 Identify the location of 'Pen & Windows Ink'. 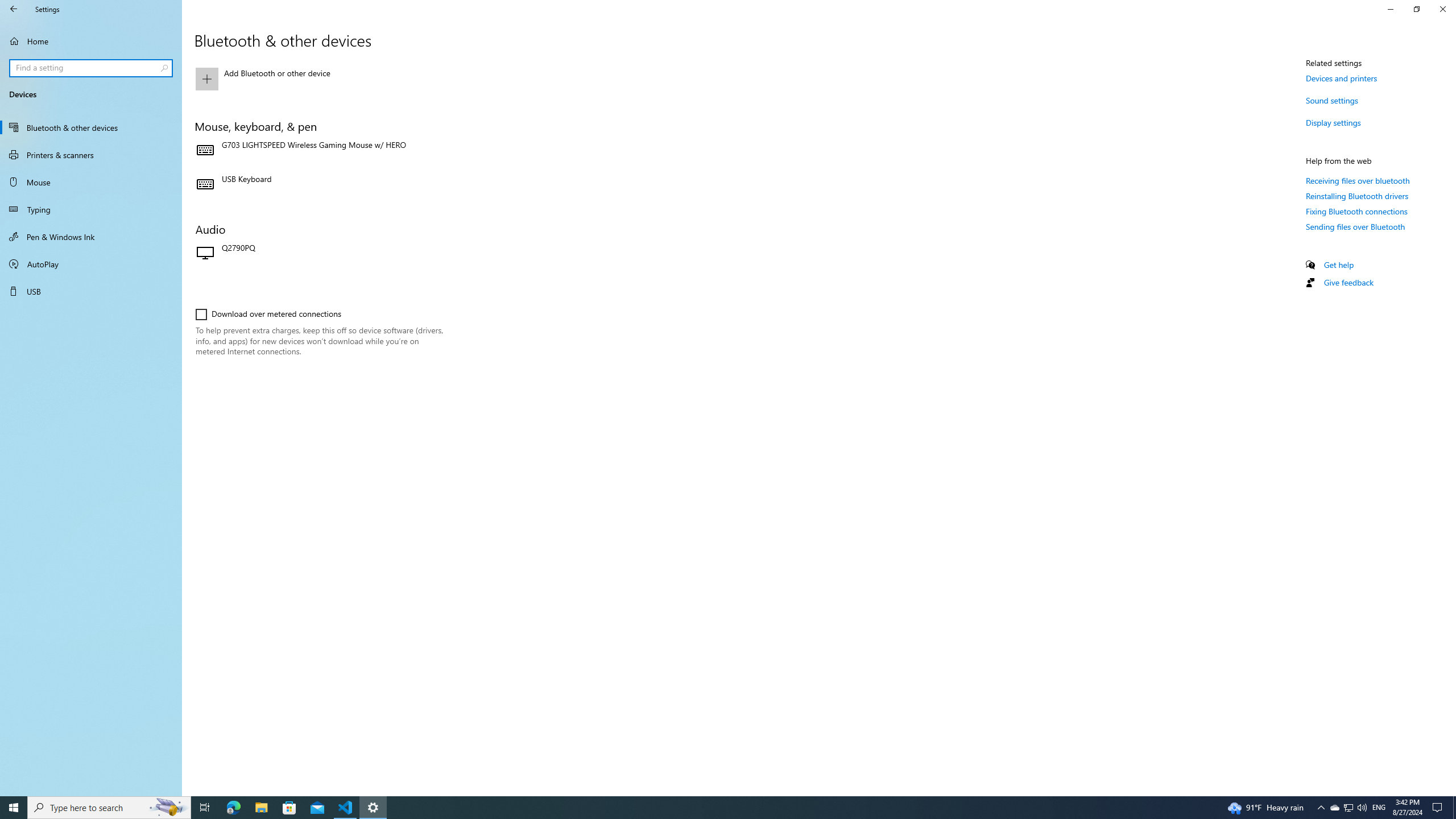
(90, 236).